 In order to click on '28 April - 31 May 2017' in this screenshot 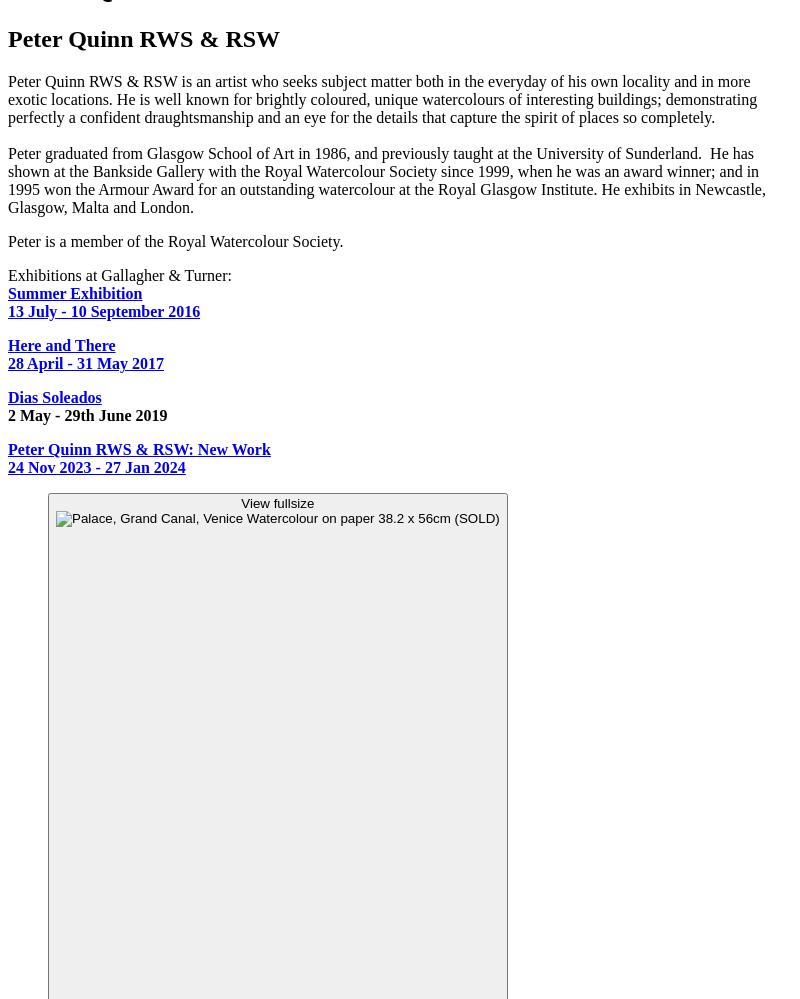, I will do `click(86, 363)`.